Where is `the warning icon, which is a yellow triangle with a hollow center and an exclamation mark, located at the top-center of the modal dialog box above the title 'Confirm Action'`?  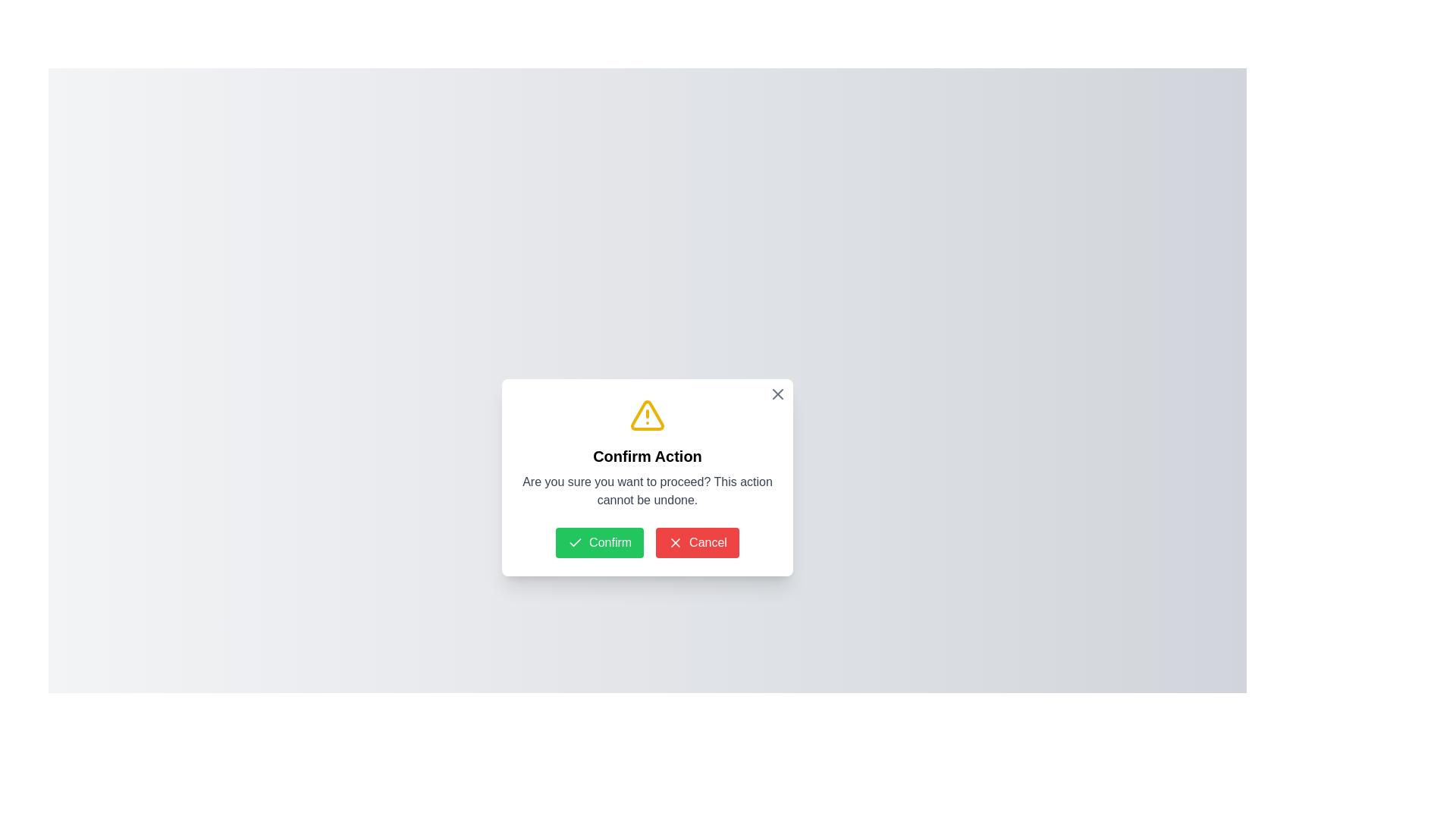
the warning icon, which is a yellow triangle with a hollow center and an exclamation mark, located at the top-center of the modal dialog box above the title 'Confirm Action' is located at coordinates (648, 415).